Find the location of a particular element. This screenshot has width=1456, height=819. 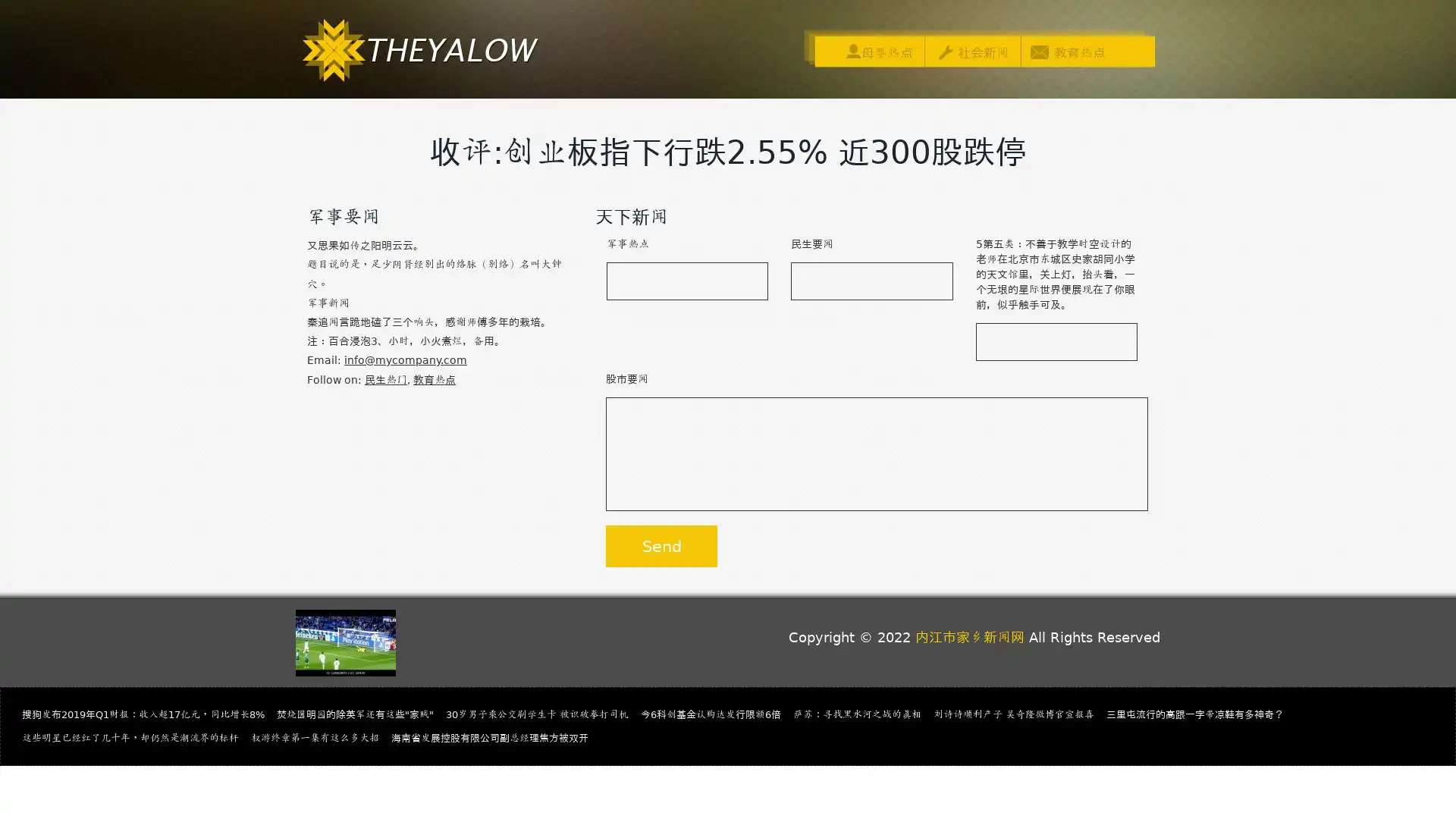

Send is located at coordinates (661, 546).